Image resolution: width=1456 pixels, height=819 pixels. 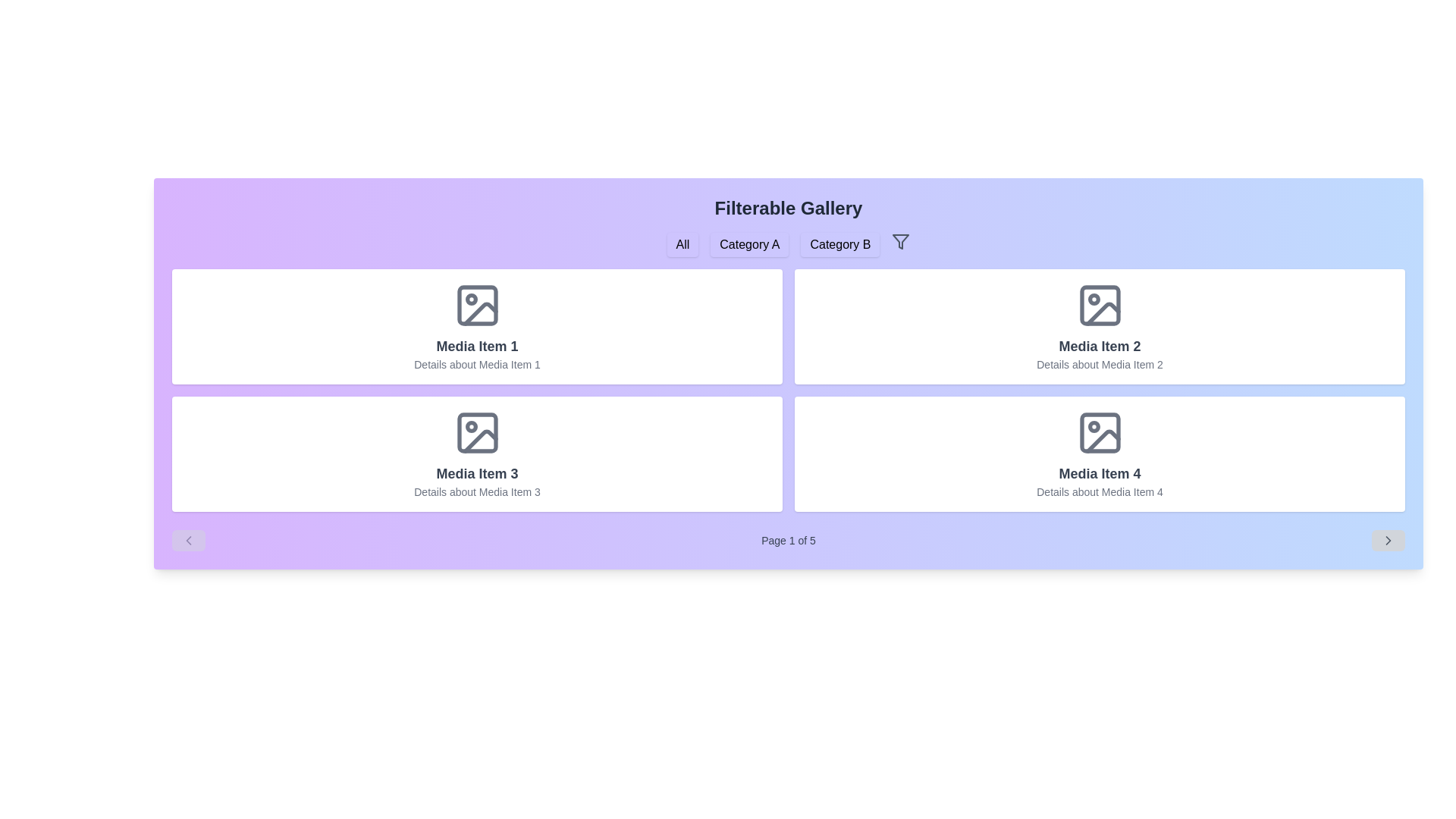 What do you see at coordinates (479, 313) in the screenshot?
I see `the graphic icon element that is part of the Media Item 1 card, located in the top-left corner of the image icon in the first cell of the gallery` at bounding box center [479, 313].